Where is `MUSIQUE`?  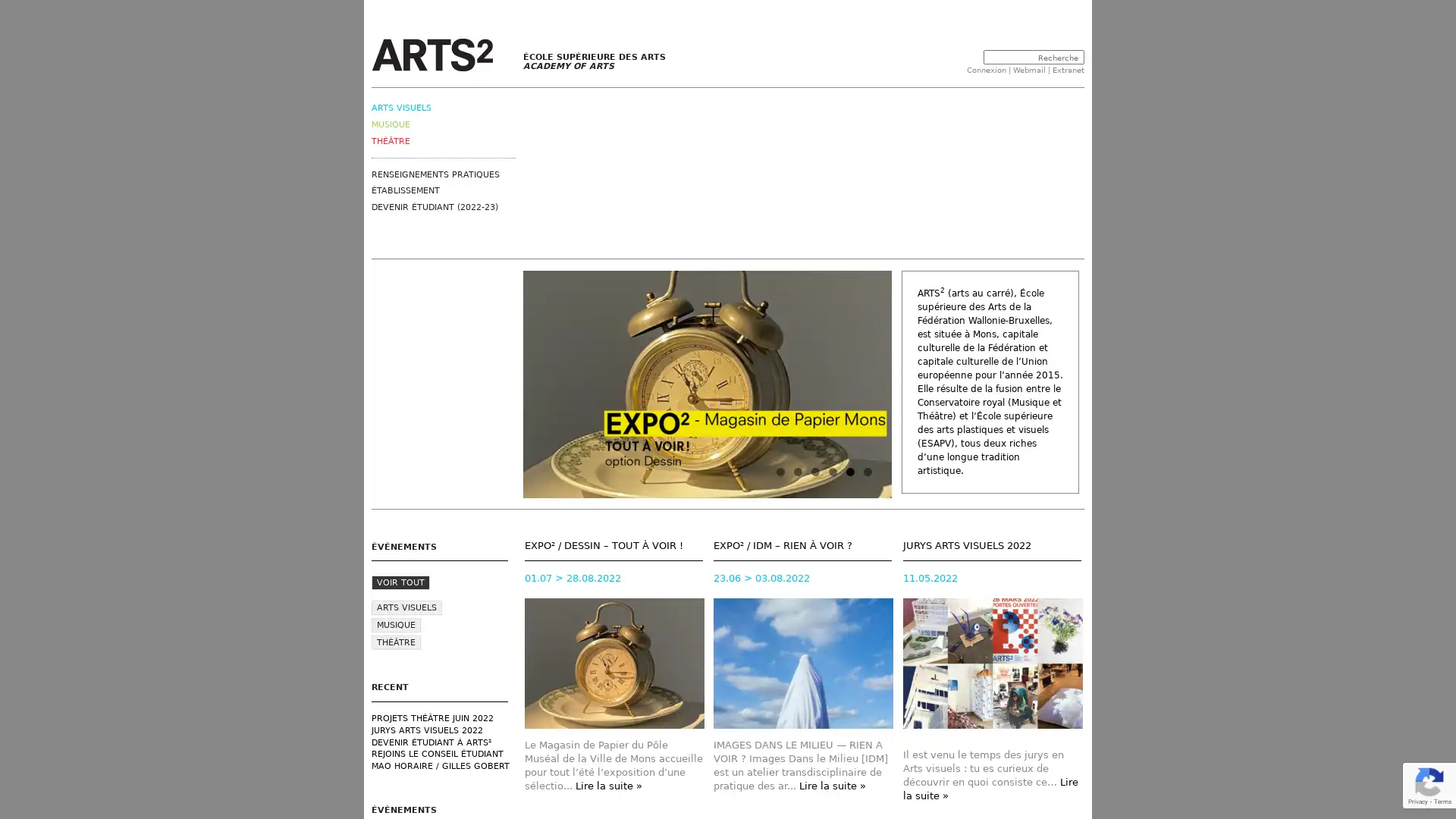 MUSIQUE is located at coordinates (396, 625).